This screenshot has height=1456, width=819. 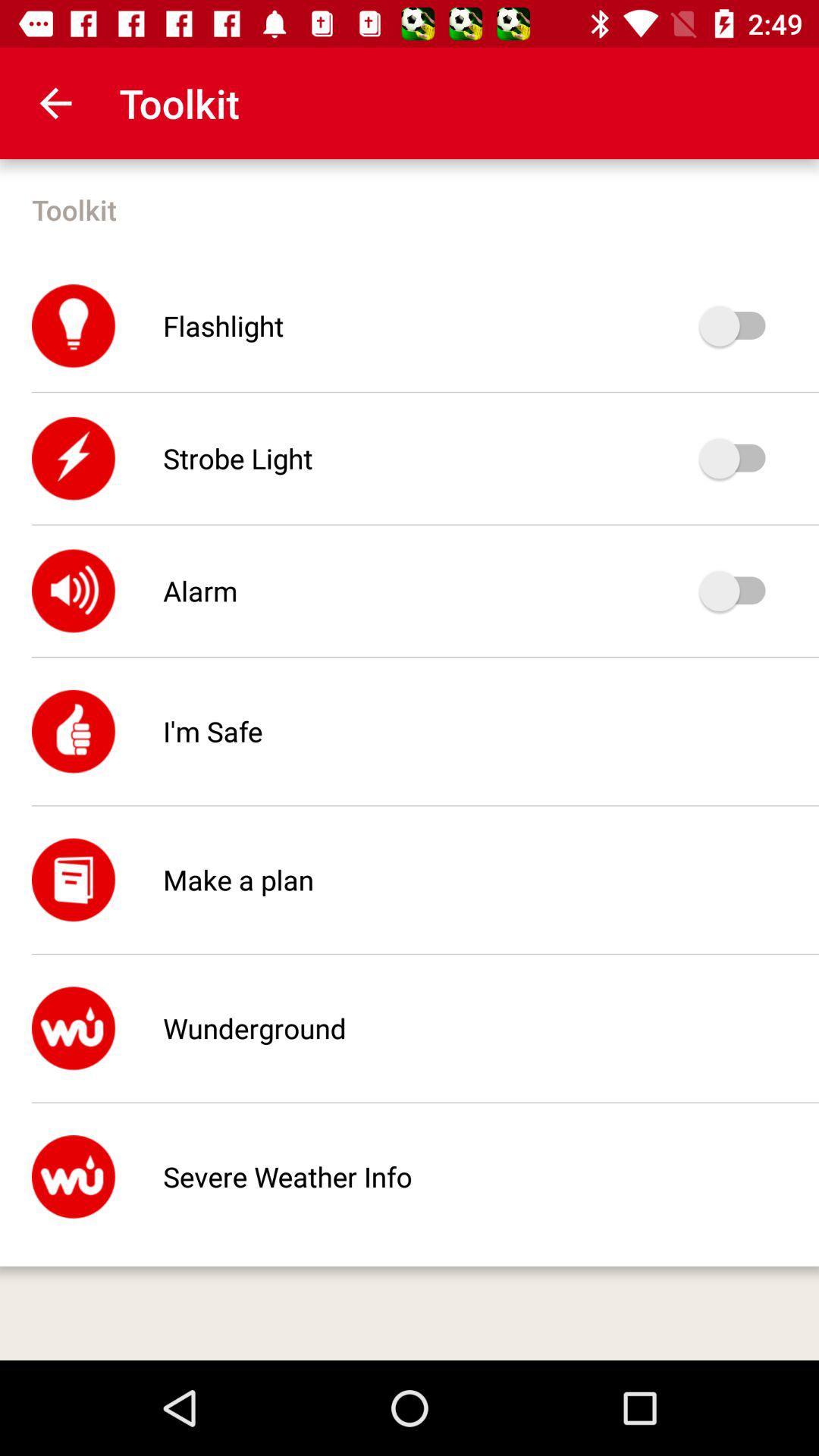 What do you see at coordinates (55, 102) in the screenshot?
I see `the icon above toolkit item` at bounding box center [55, 102].